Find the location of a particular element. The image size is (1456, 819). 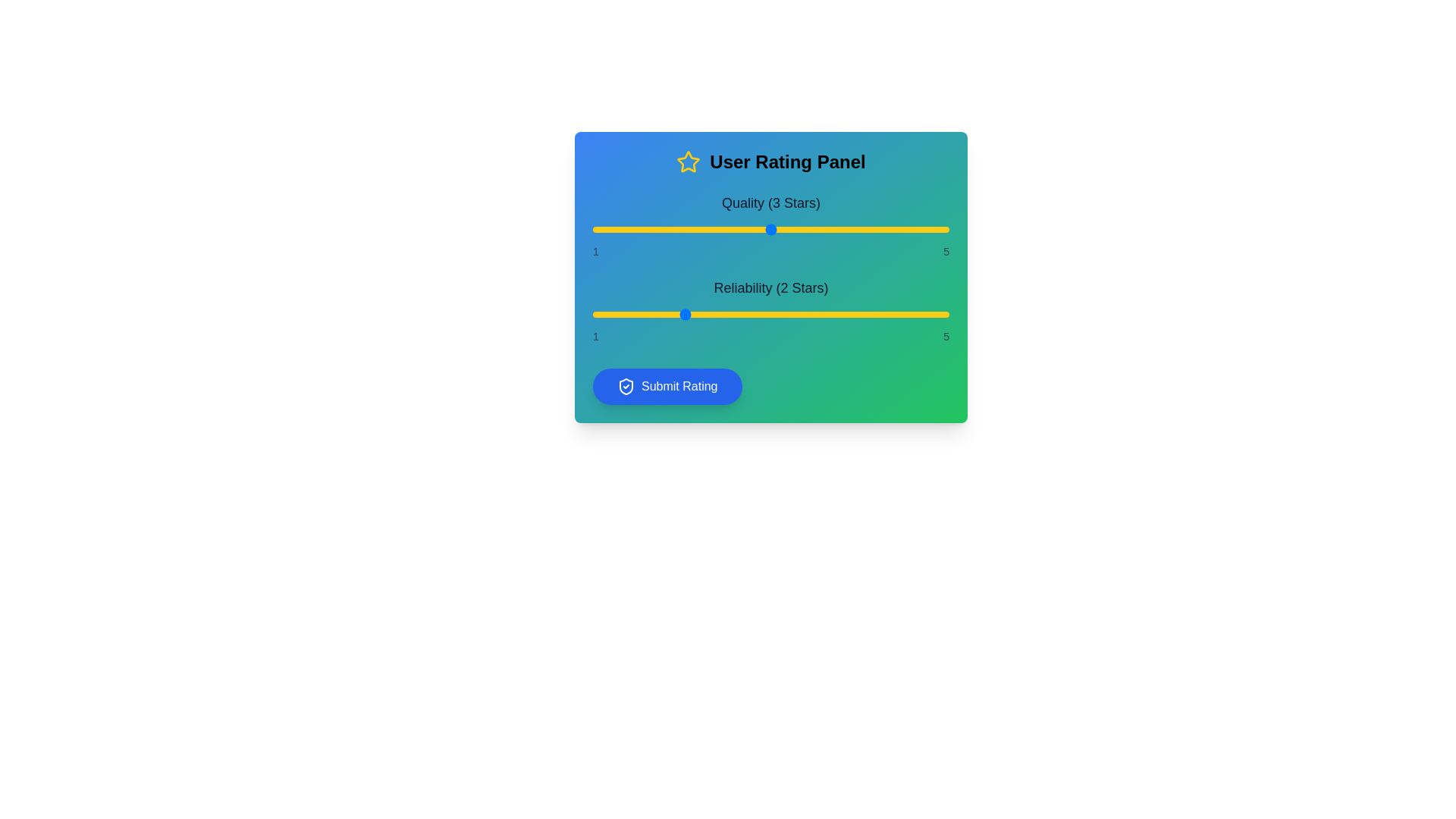

the 'Reliability' slider to 3 stars is located at coordinates (771, 314).